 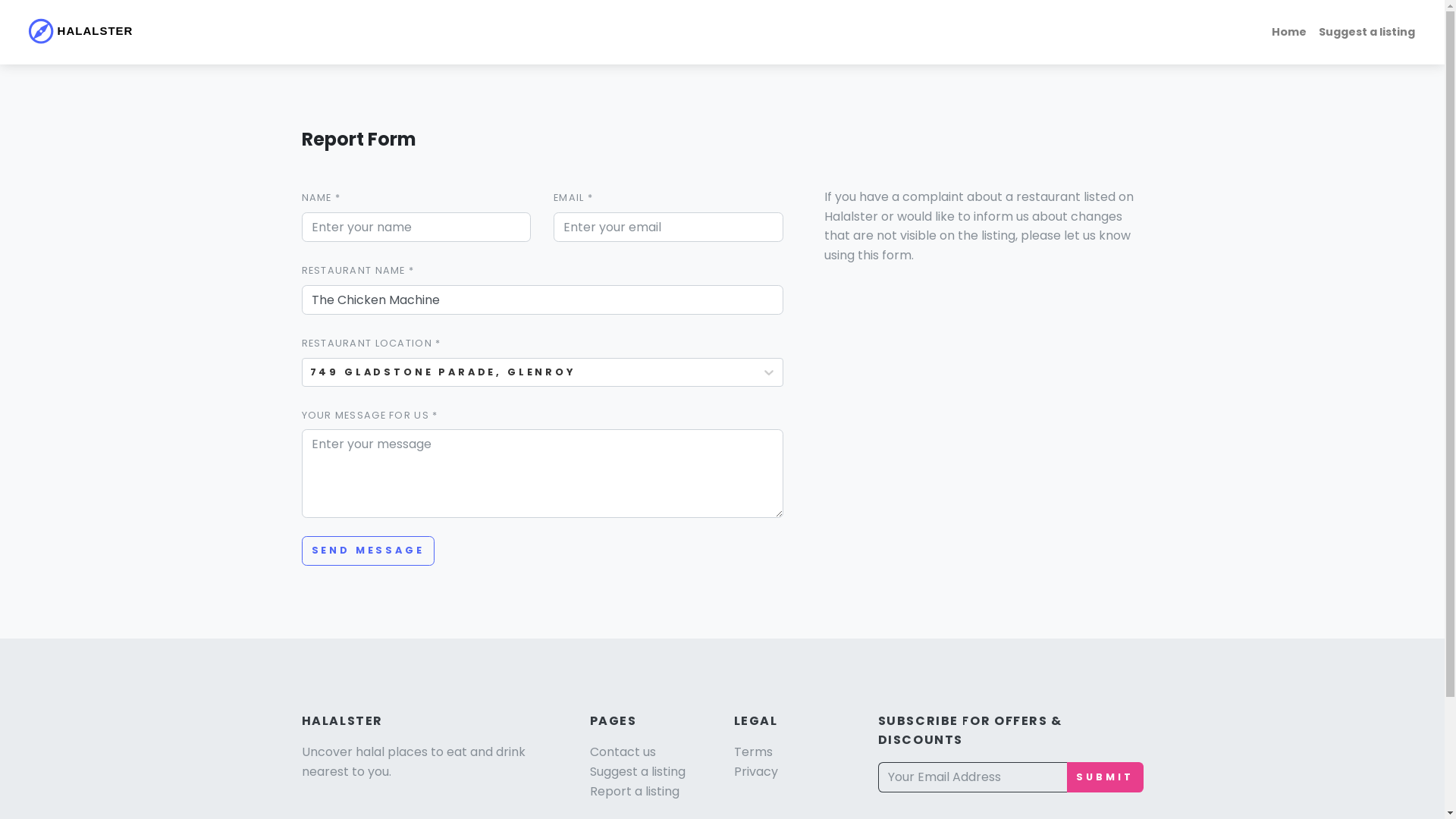 What do you see at coordinates (753, 752) in the screenshot?
I see `'Terms'` at bounding box center [753, 752].